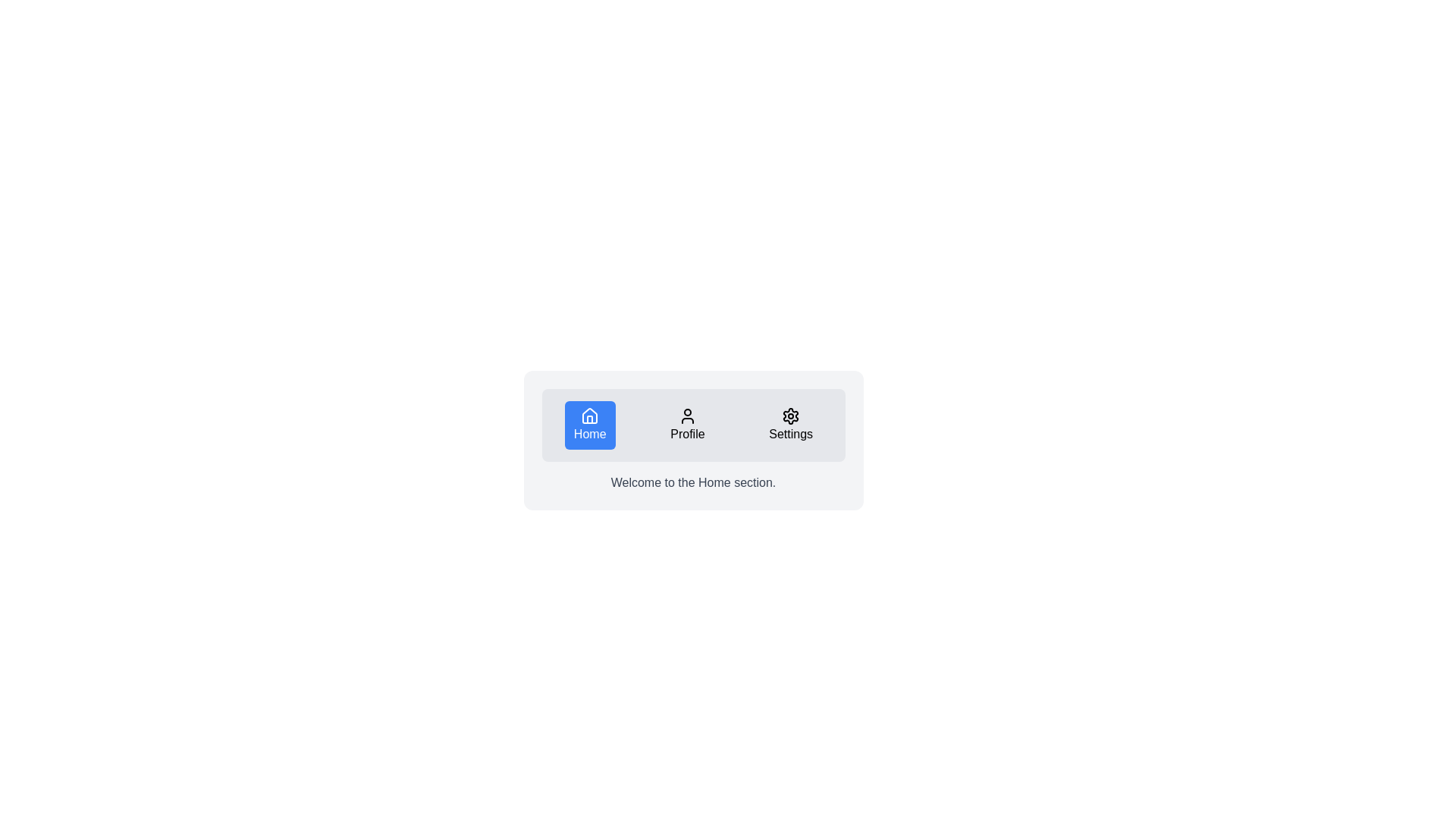 This screenshot has height=819, width=1456. Describe the element at coordinates (686, 425) in the screenshot. I see `the 'Profile' button, which is the second button in a set of three` at that location.